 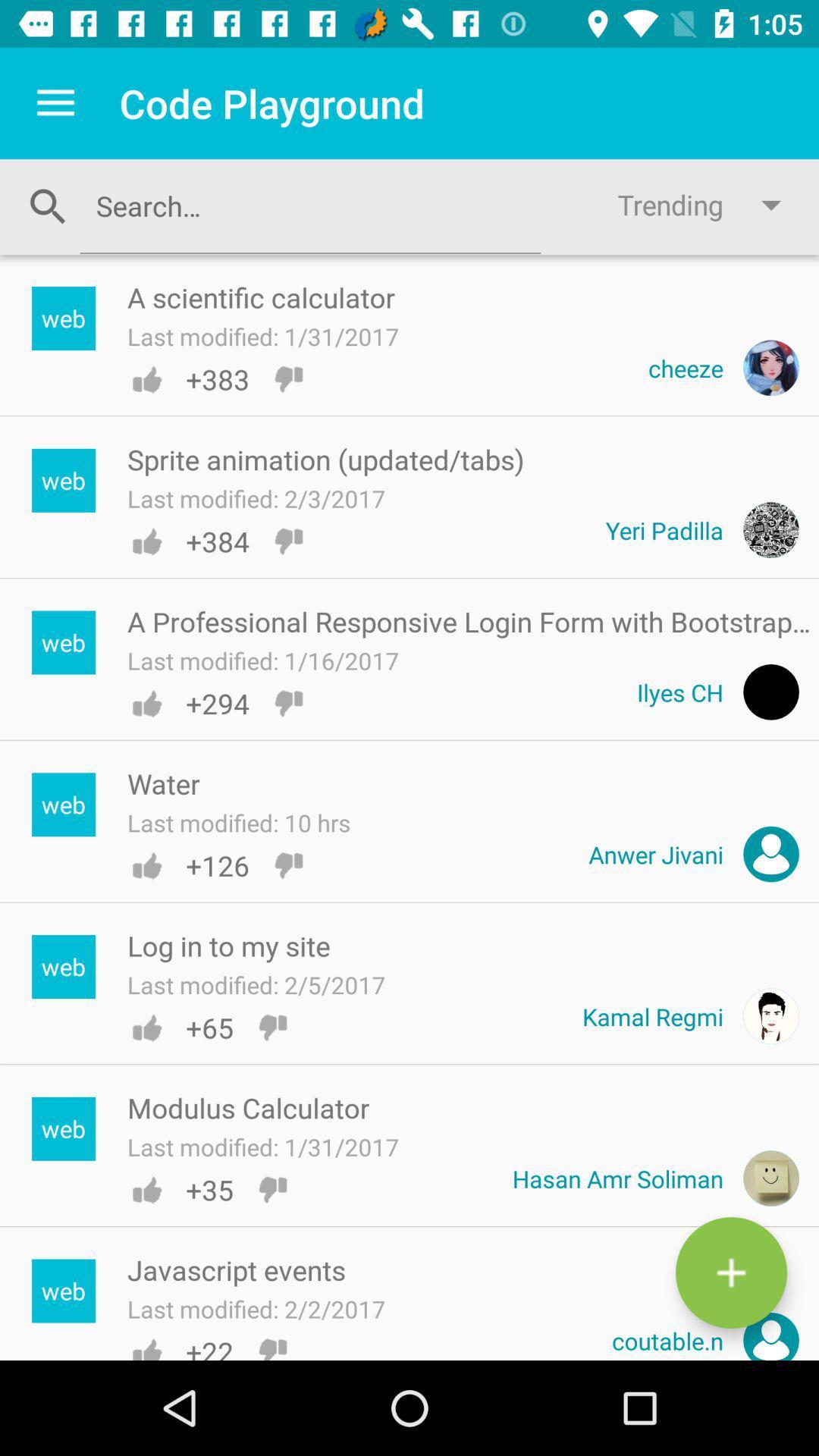 What do you see at coordinates (730, 1272) in the screenshot?
I see `the add icon` at bounding box center [730, 1272].